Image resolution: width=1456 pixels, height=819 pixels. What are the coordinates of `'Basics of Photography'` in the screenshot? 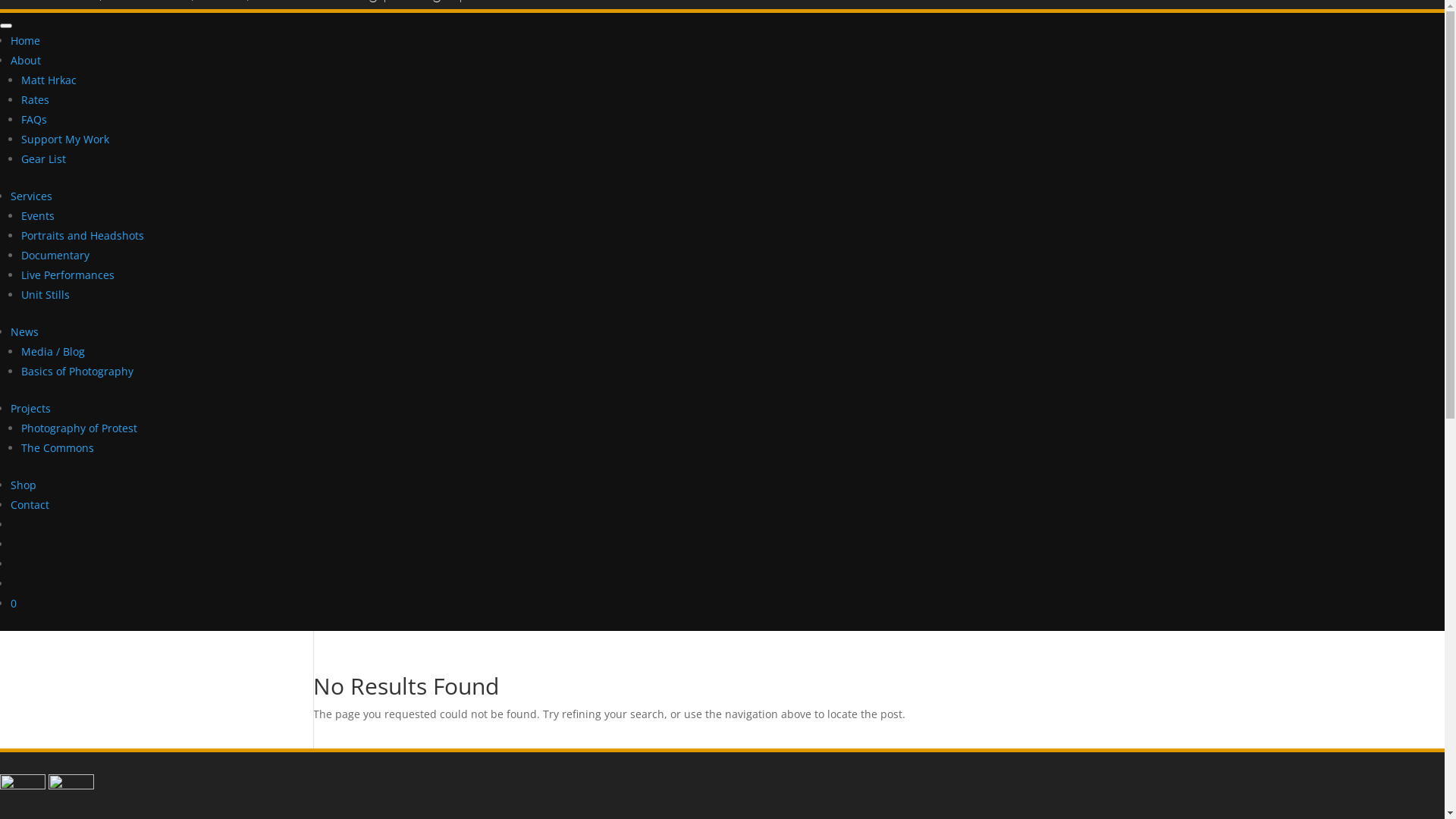 It's located at (76, 371).